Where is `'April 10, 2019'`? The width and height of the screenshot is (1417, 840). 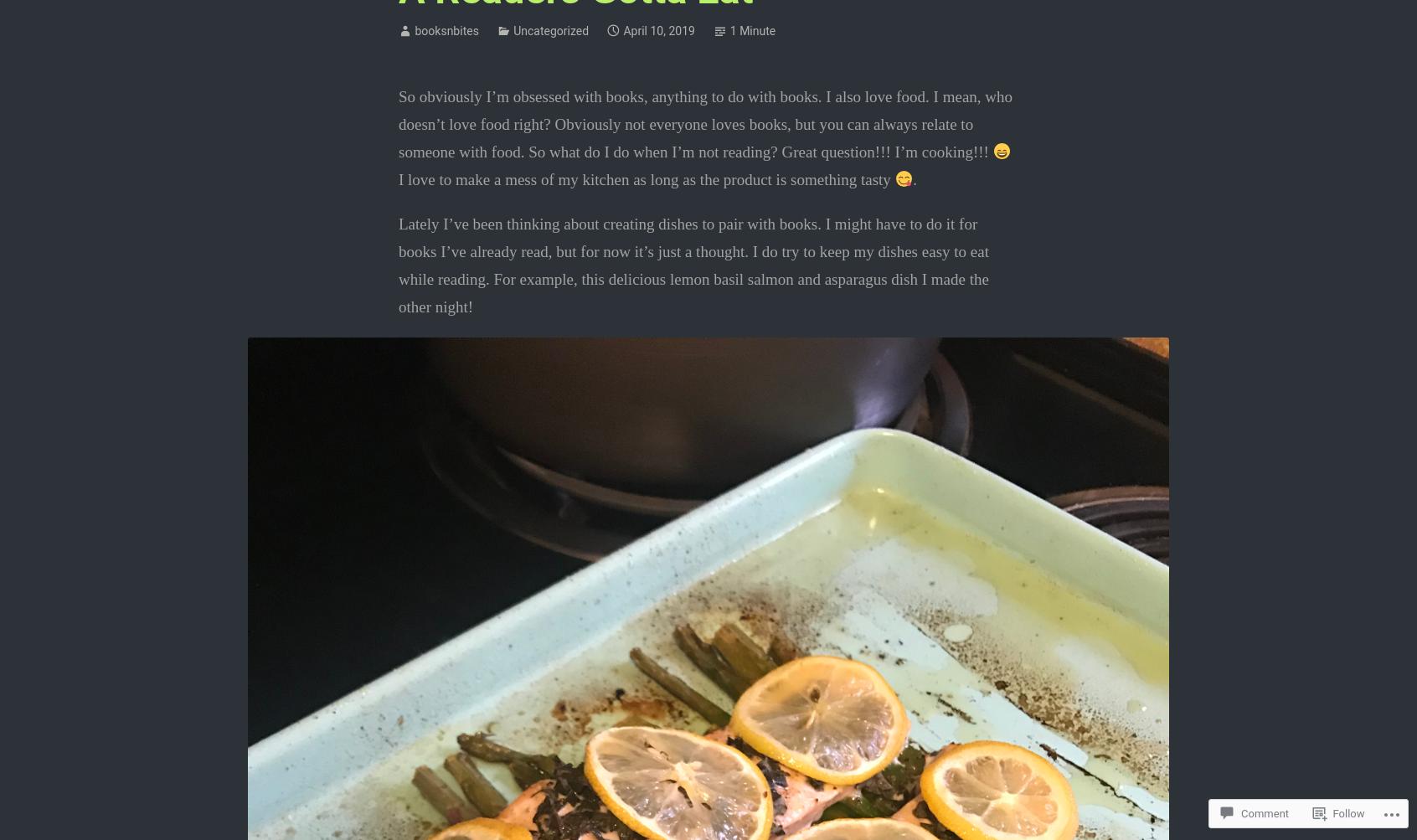 'April 10, 2019' is located at coordinates (658, 31).